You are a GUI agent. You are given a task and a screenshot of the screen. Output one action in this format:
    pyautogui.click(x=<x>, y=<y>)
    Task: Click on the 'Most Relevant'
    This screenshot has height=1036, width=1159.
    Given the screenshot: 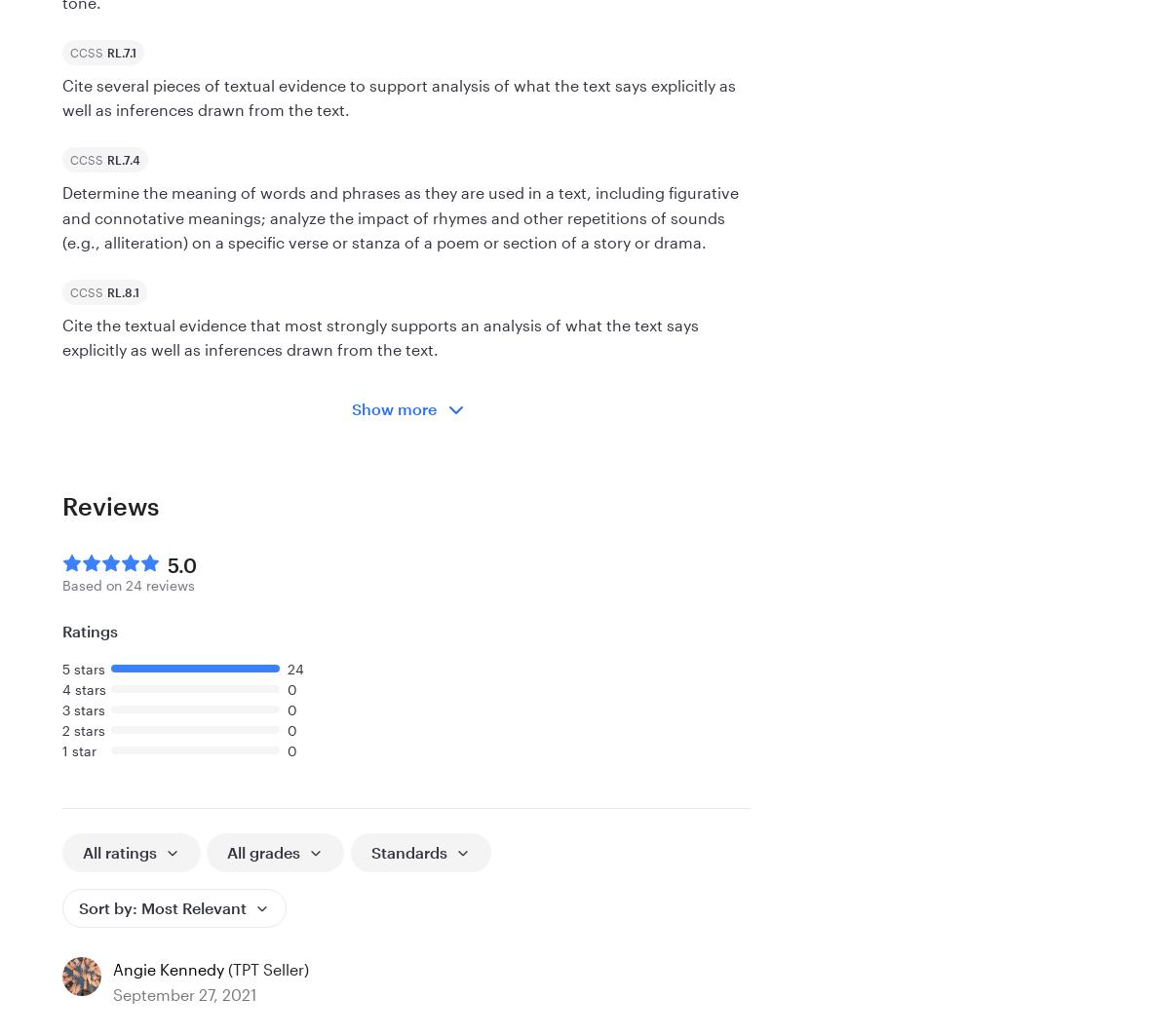 What is the action you would take?
    pyautogui.click(x=193, y=906)
    